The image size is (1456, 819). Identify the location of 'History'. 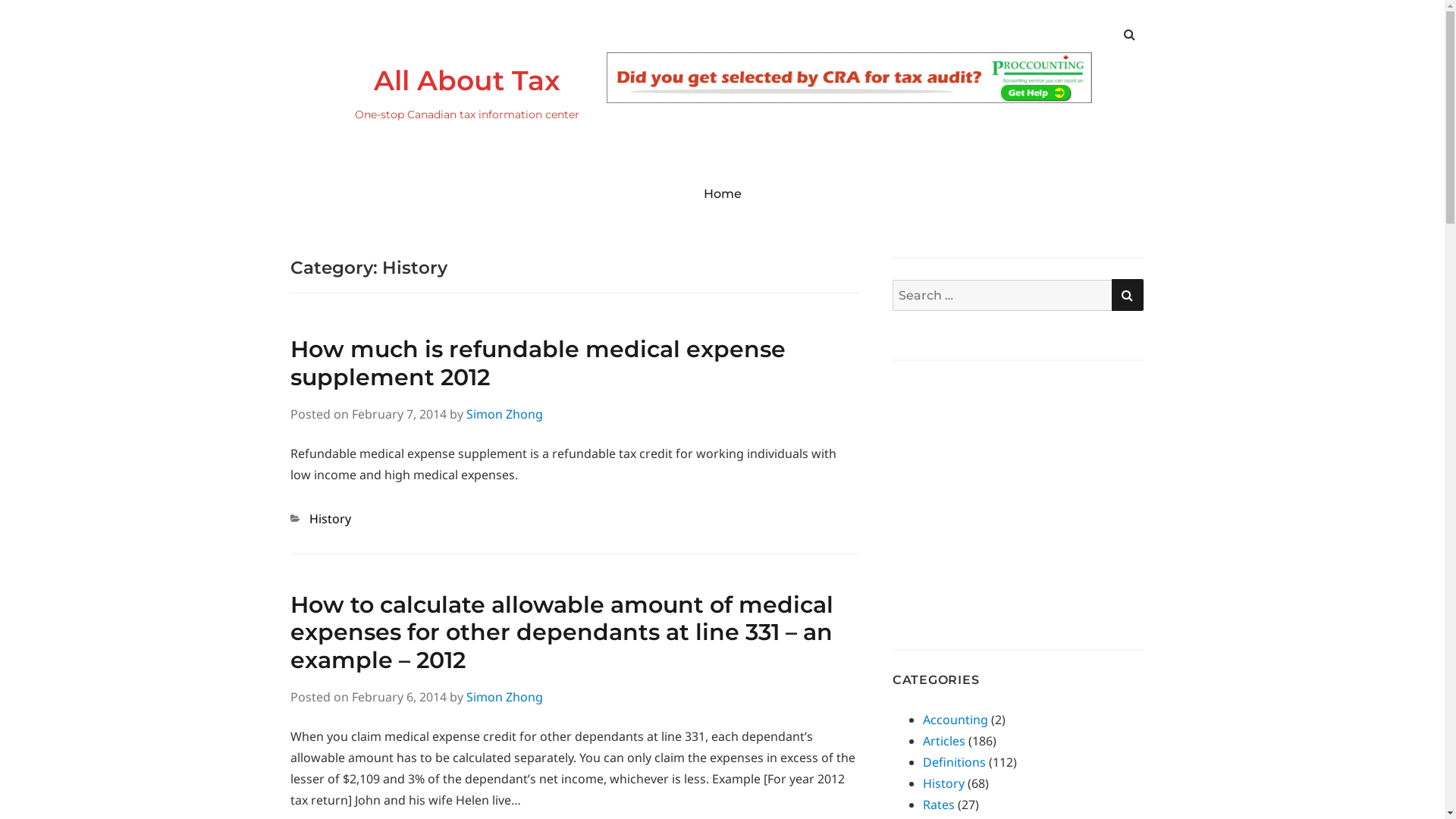
(329, 517).